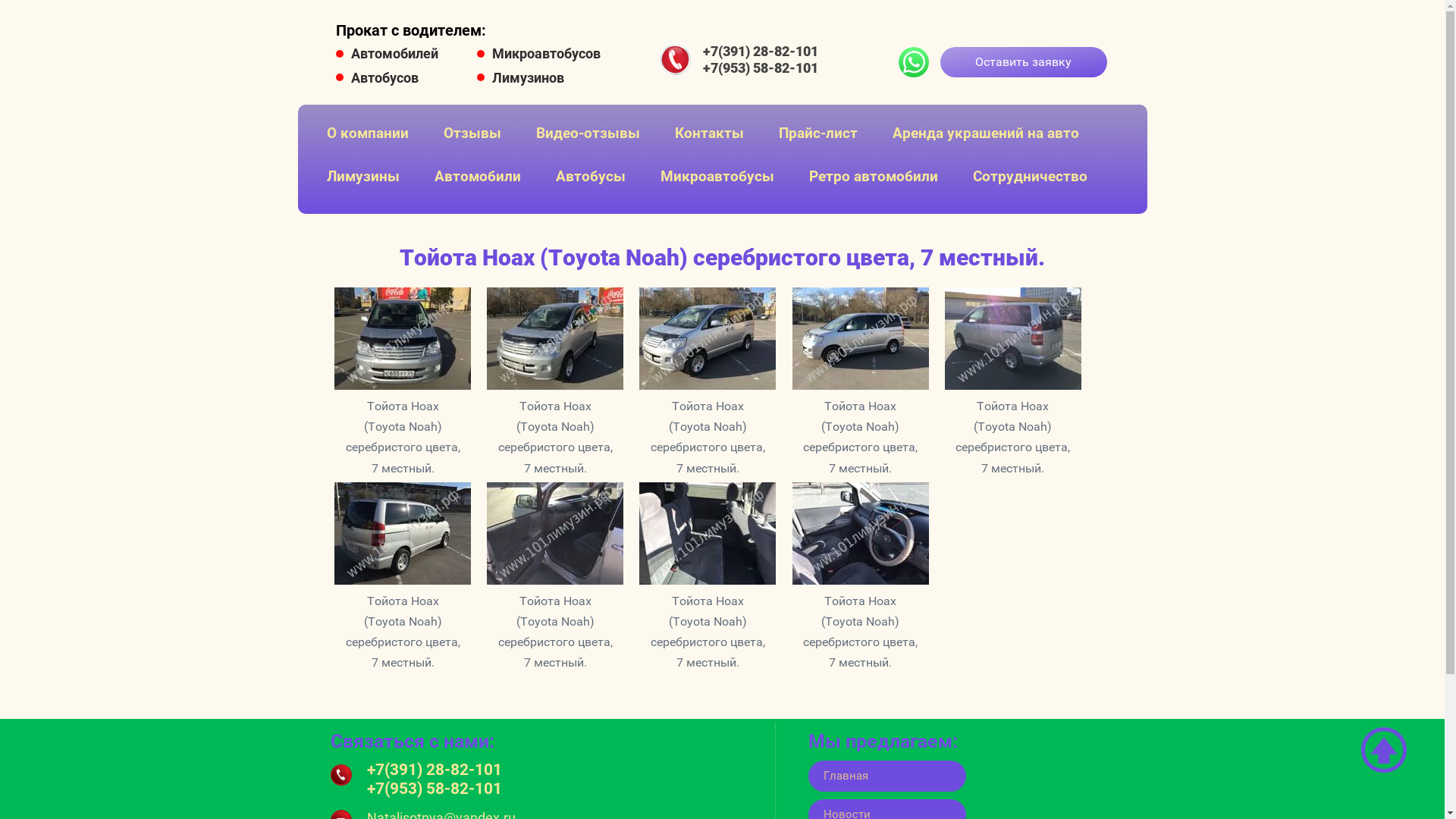  I want to click on '+7(391) 28-82-101', so click(761, 50).